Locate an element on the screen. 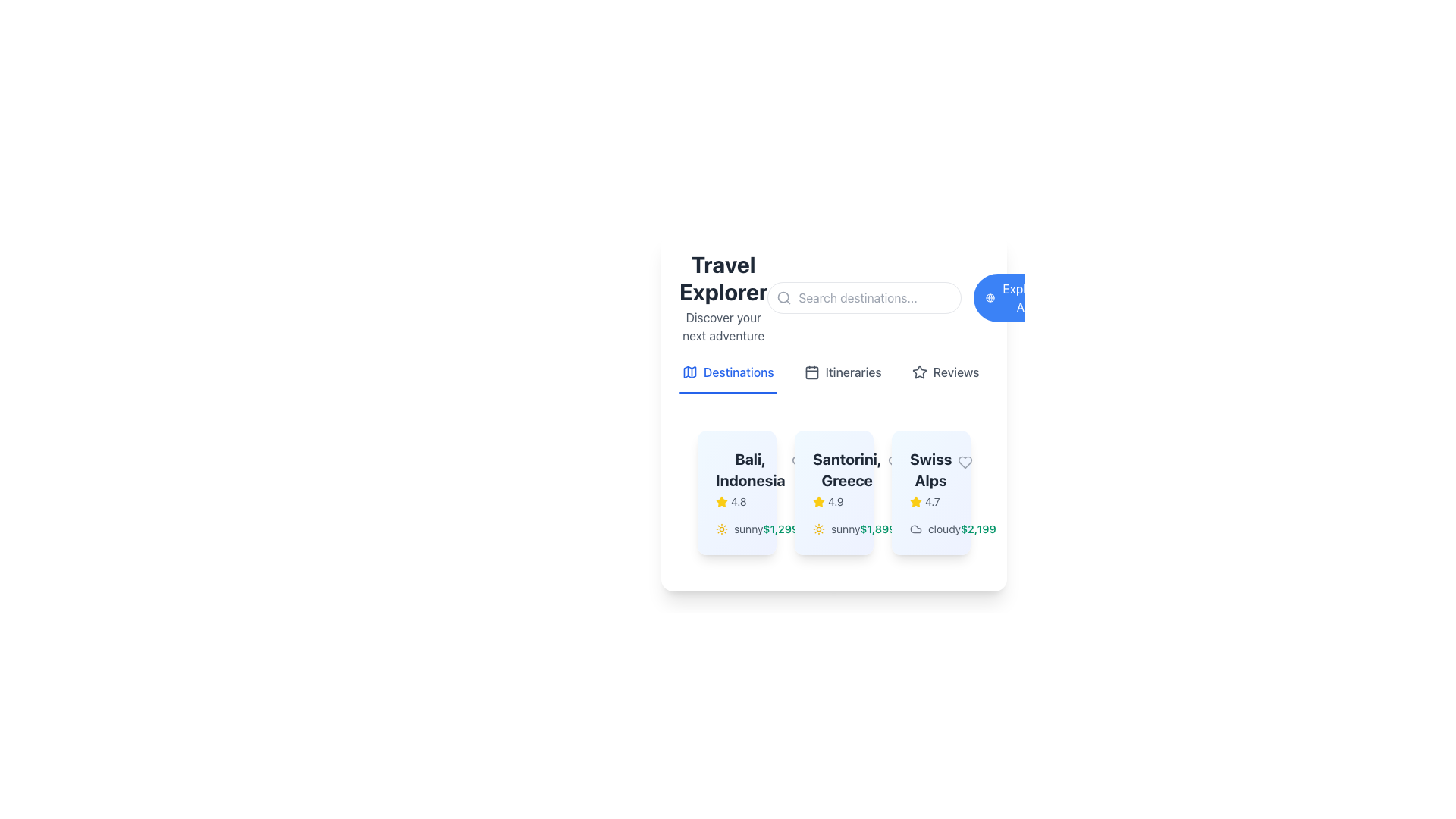 The height and width of the screenshot is (819, 1456). text information from the 'cloudy' text element that is accompanied by a cloud icon, located at the bottom of the 'Swiss Alps' card, specifically to the left of the price information is located at coordinates (934, 529).